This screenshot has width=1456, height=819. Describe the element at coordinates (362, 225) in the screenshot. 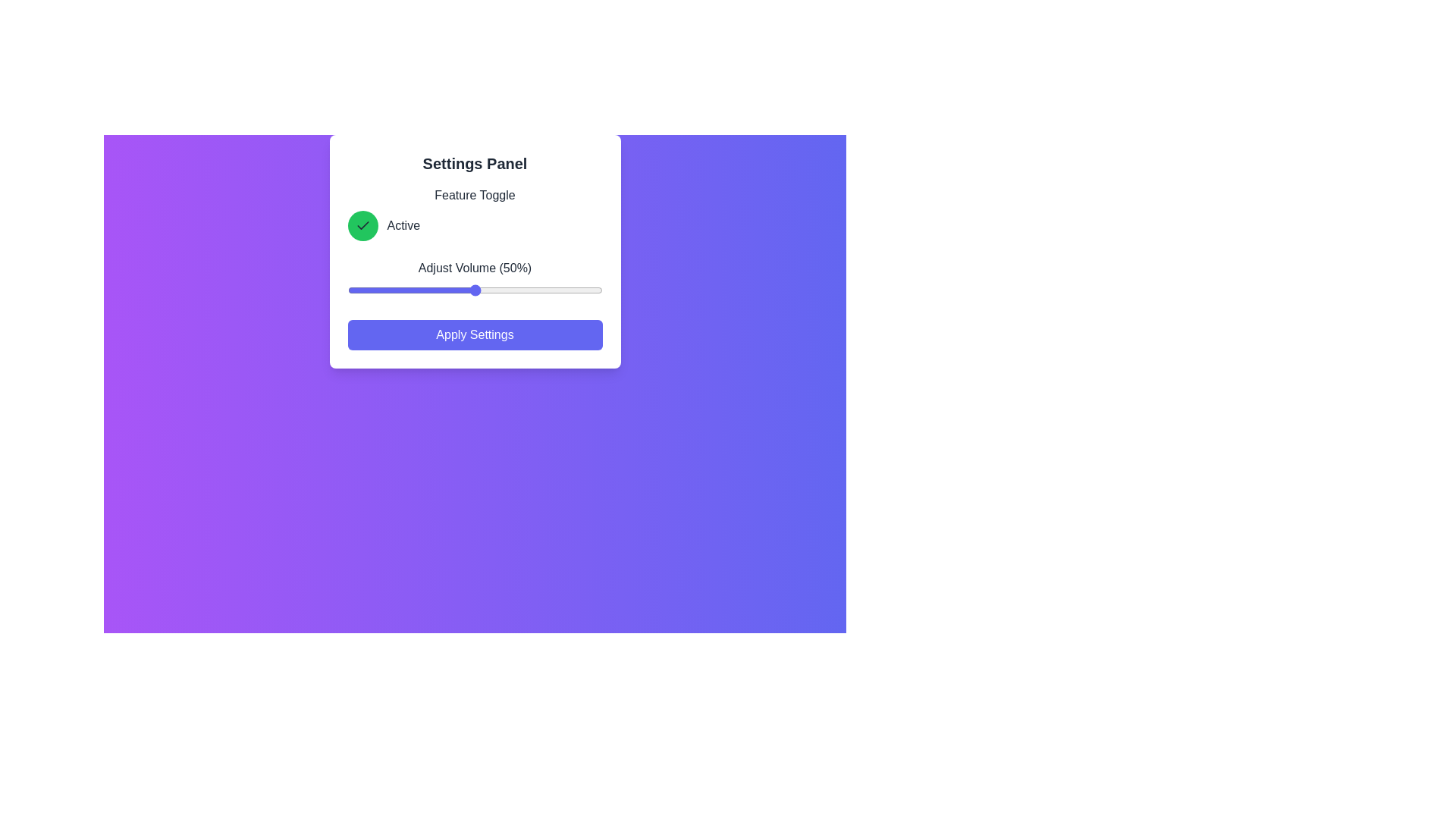

I see `the checkmark icon within the SVG element located in the Settings Panel, indicating a state or confirmation` at that location.